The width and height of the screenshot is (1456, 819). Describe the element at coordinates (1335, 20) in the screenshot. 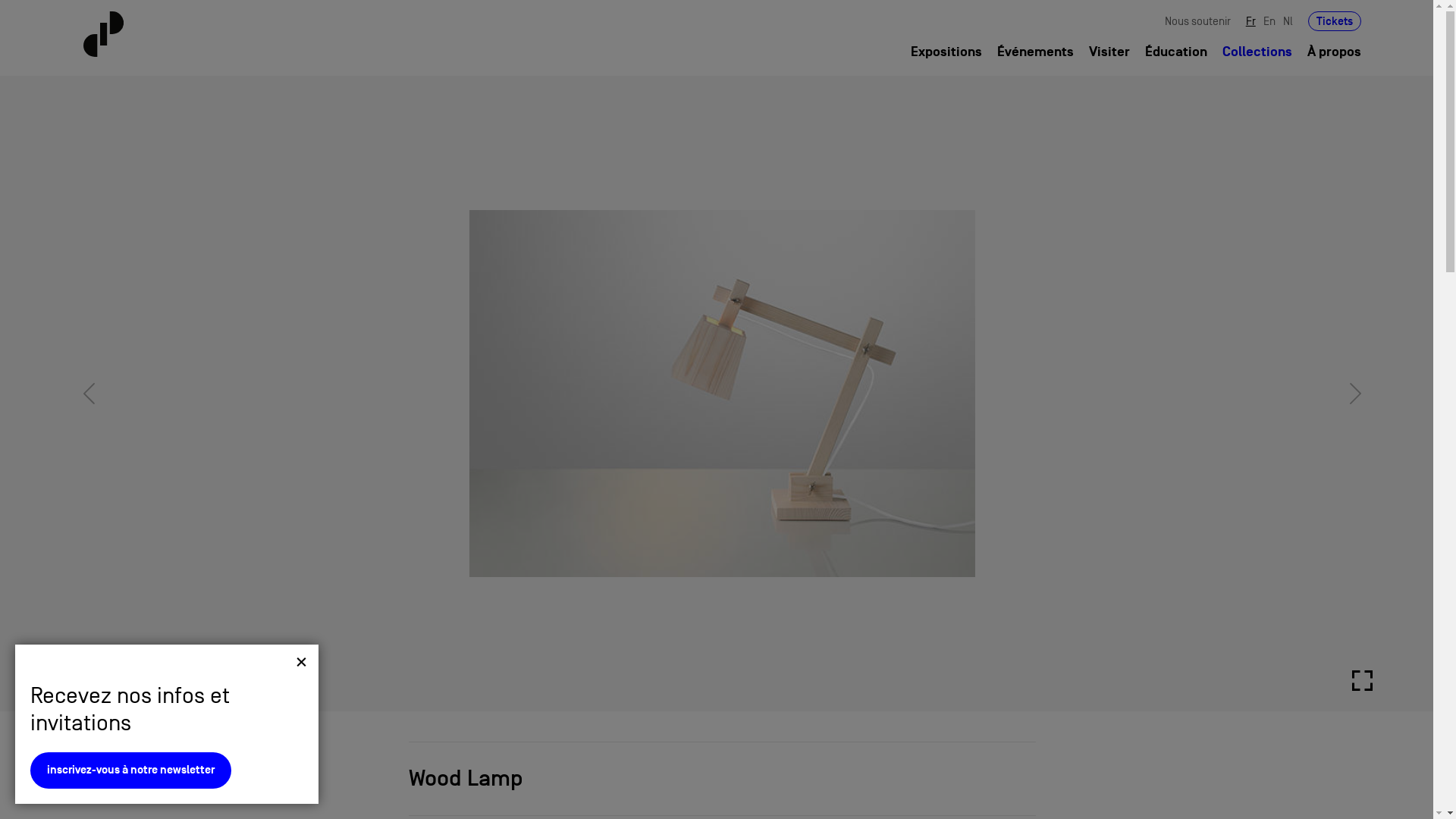

I see `'Tickets'` at that location.